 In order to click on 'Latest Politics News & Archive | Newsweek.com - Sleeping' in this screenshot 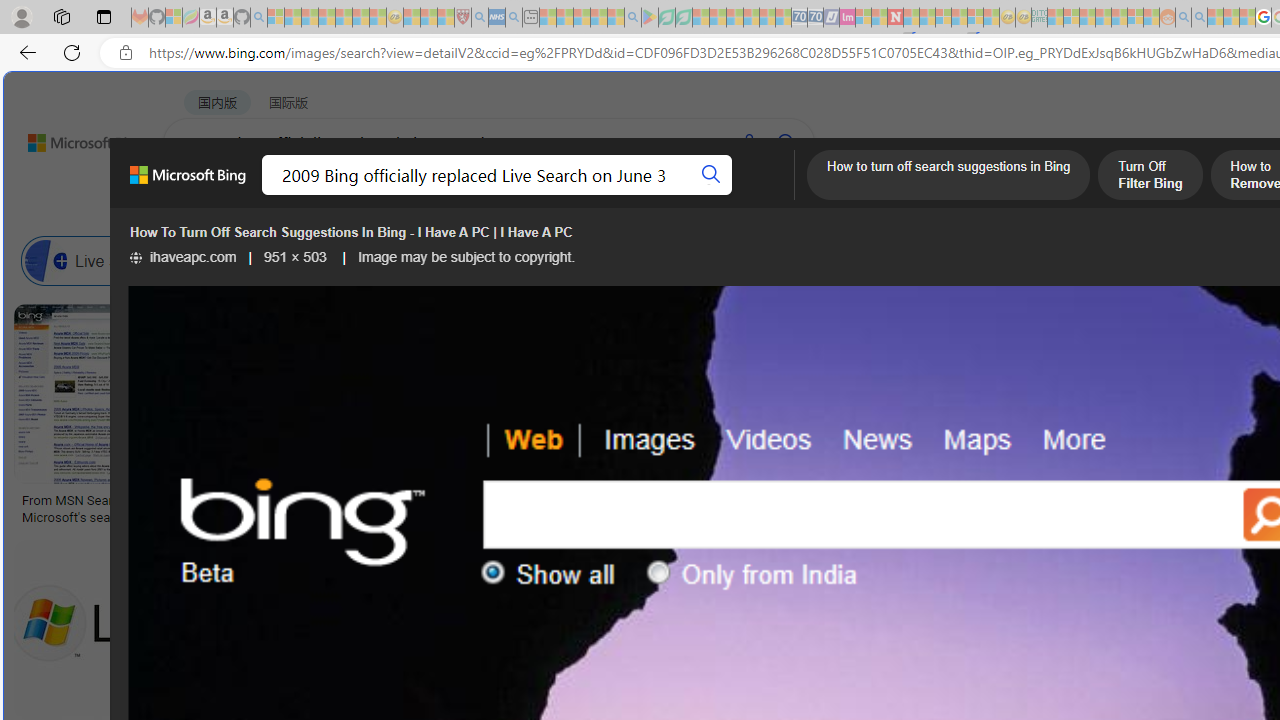, I will do `click(894, 17)`.